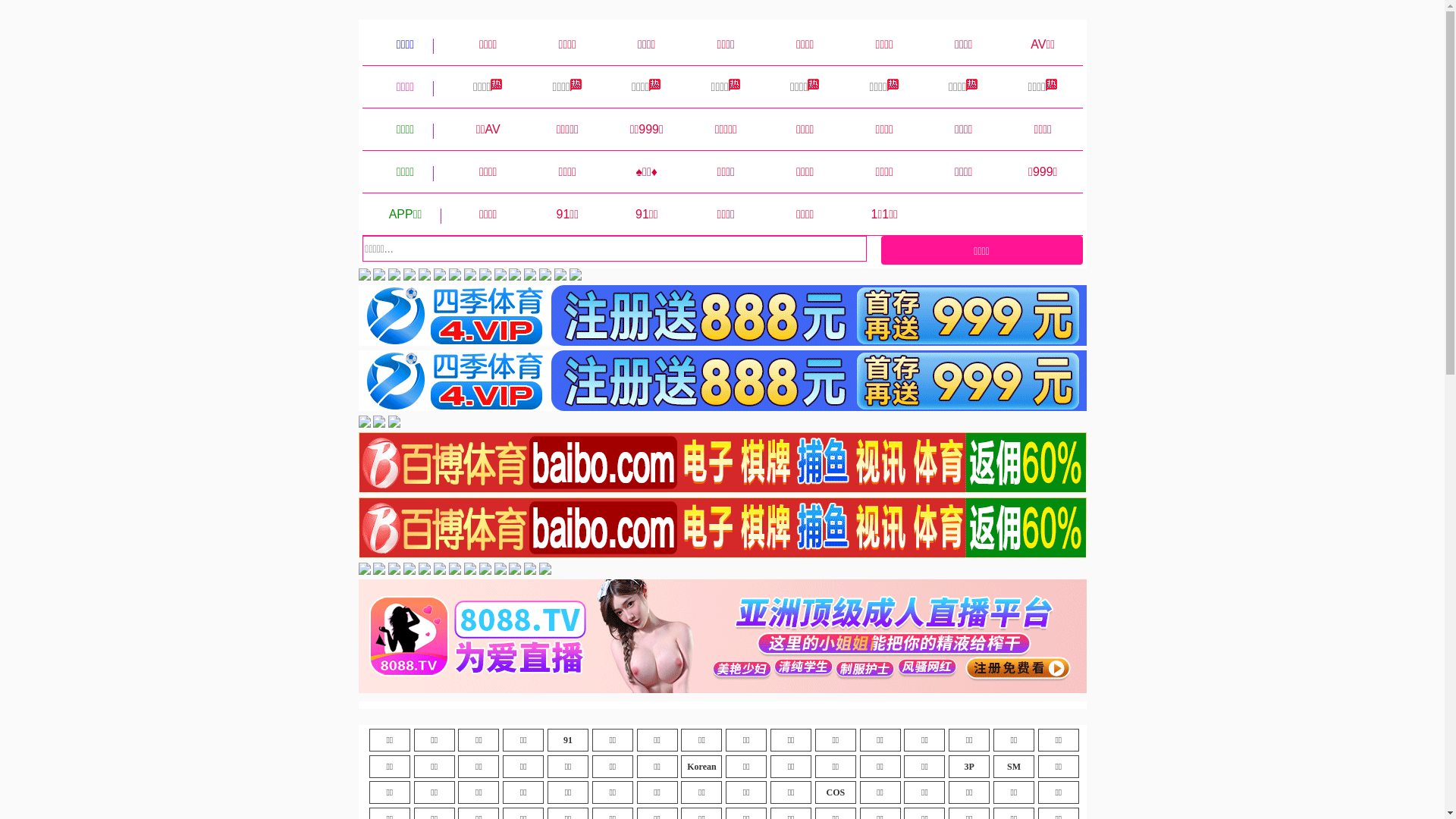 Image resolution: width=1456 pixels, height=819 pixels. What do you see at coordinates (566, 739) in the screenshot?
I see `'91'` at bounding box center [566, 739].